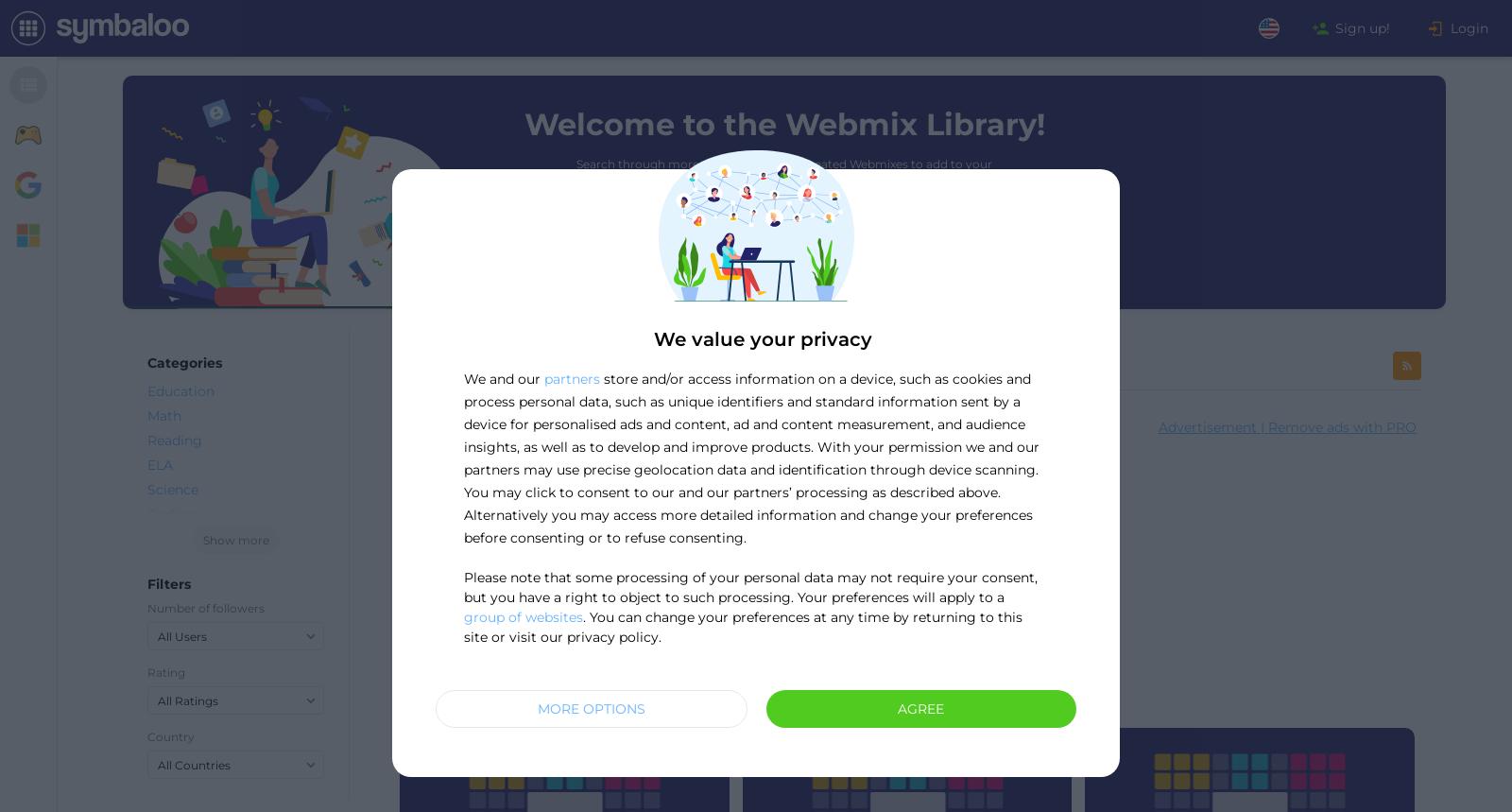  I want to click on 'History', so click(170, 587).